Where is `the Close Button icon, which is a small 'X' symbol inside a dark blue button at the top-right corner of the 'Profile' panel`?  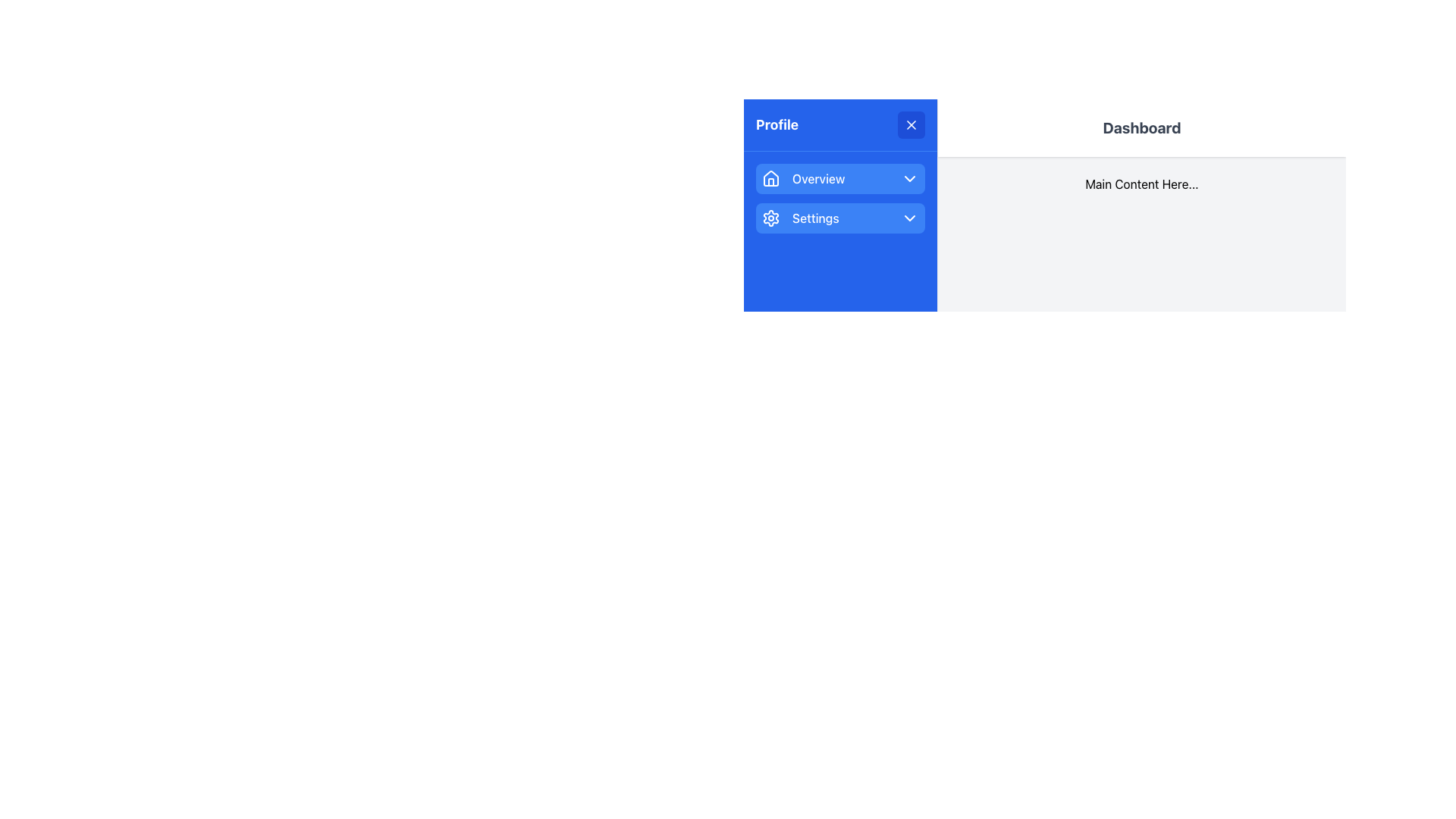 the Close Button icon, which is a small 'X' symbol inside a dark blue button at the top-right corner of the 'Profile' panel is located at coordinates (910, 124).